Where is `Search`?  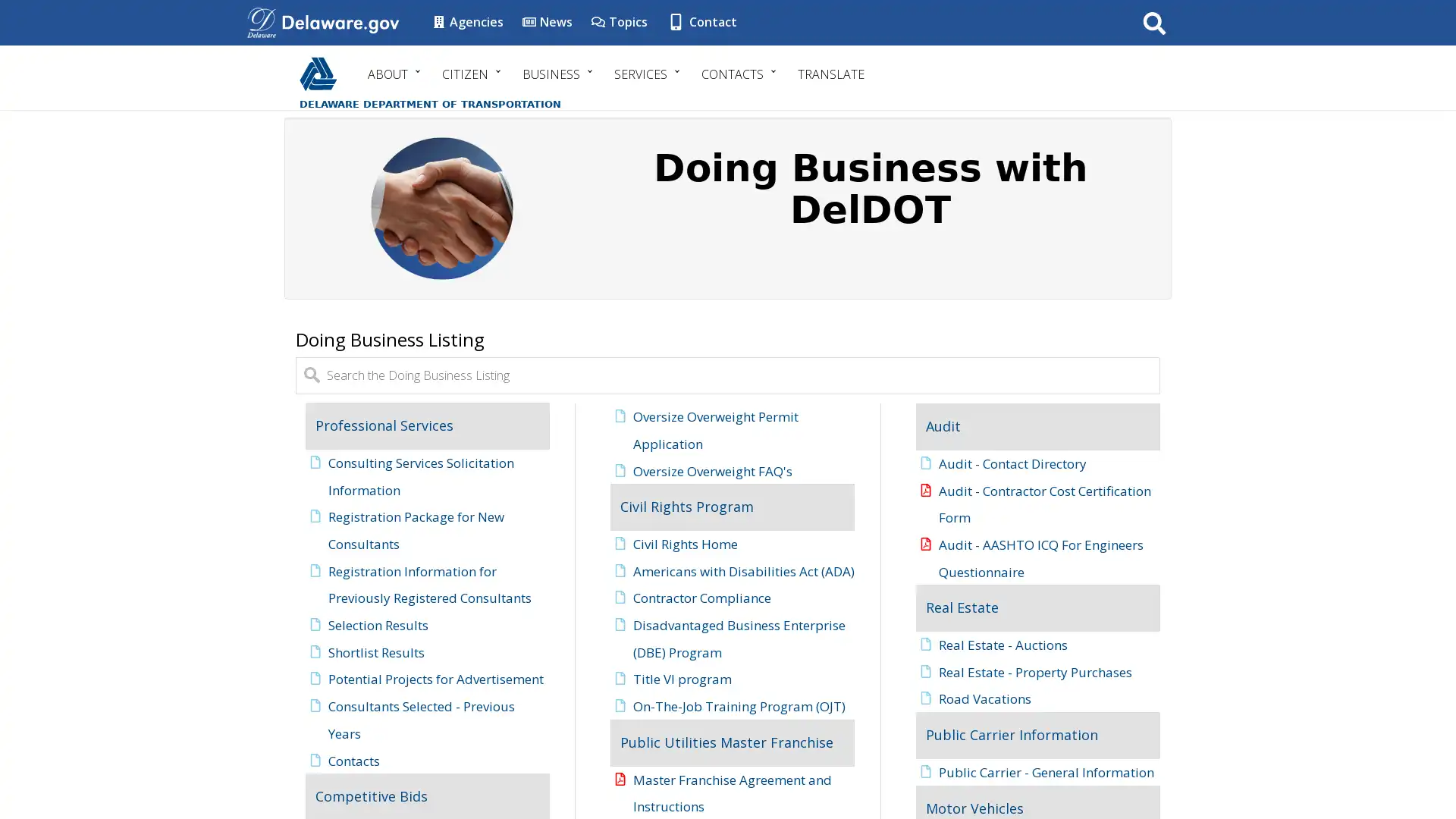
Search is located at coordinates (1153, 22).